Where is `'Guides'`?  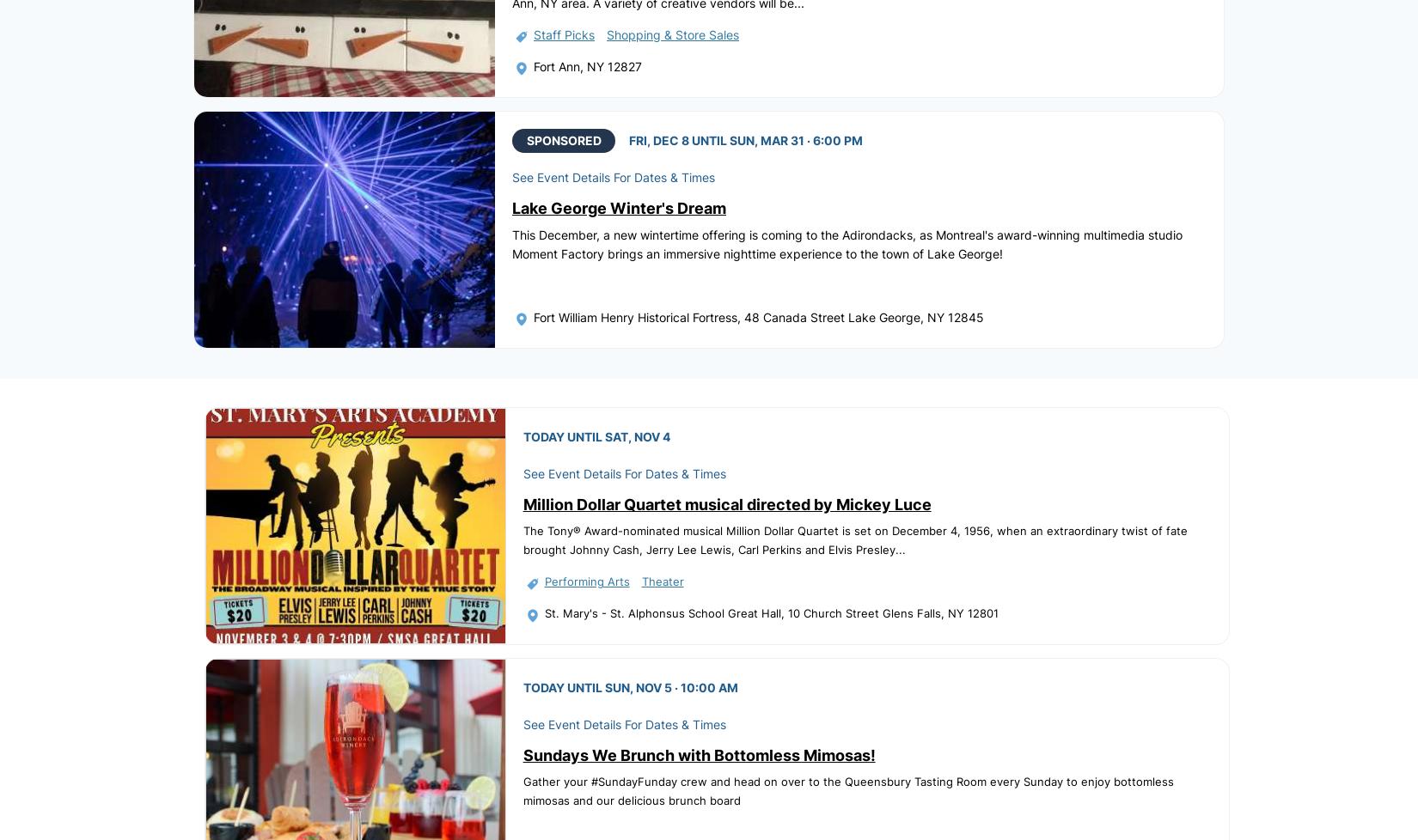 'Guides' is located at coordinates (828, 353).